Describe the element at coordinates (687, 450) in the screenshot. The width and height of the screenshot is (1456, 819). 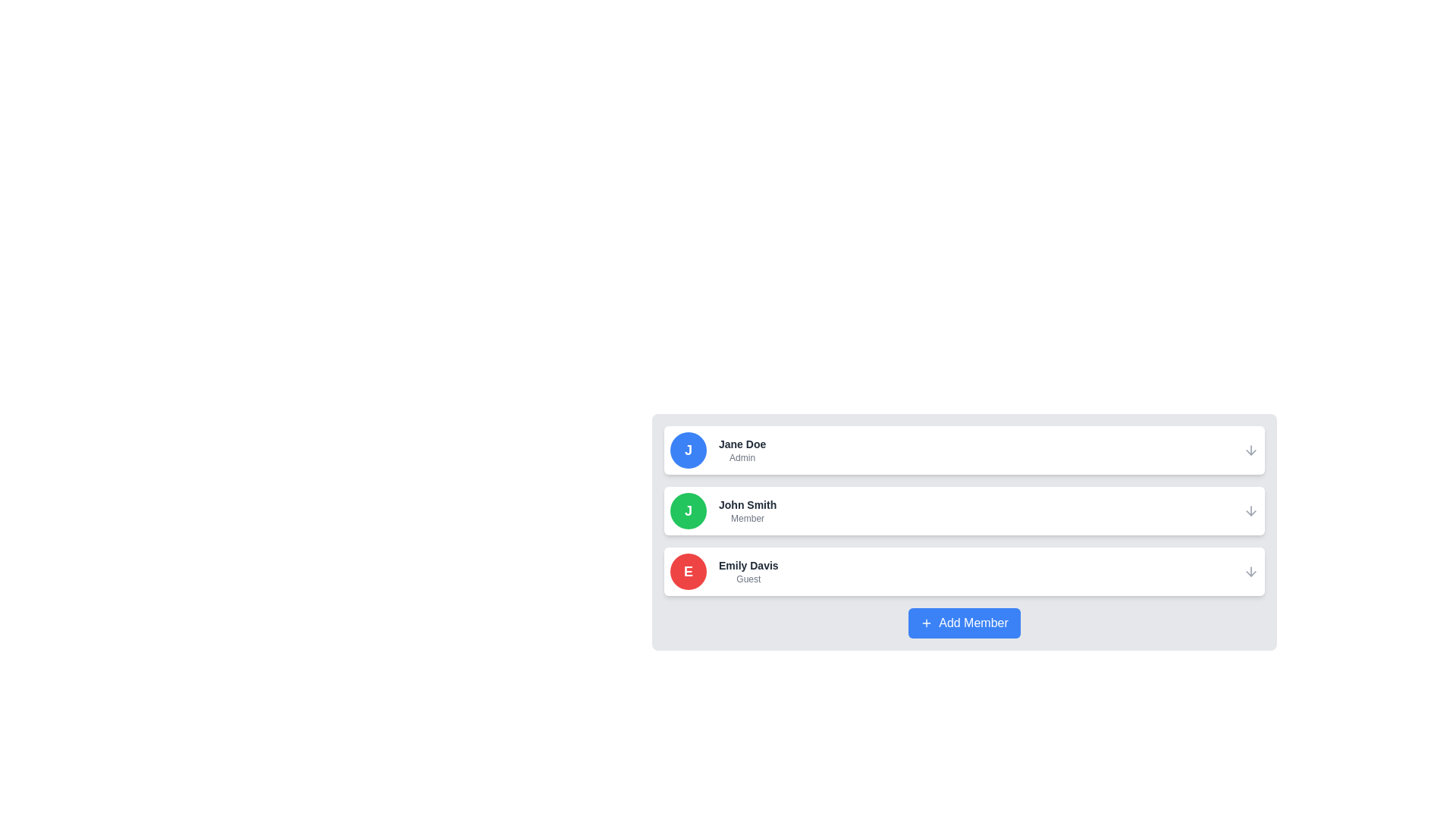
I see `the circular avatar featuring the letter 'J' in bold, white text, which is located on the left side of the first row in a vertically stacked list of user information cards` at that location.